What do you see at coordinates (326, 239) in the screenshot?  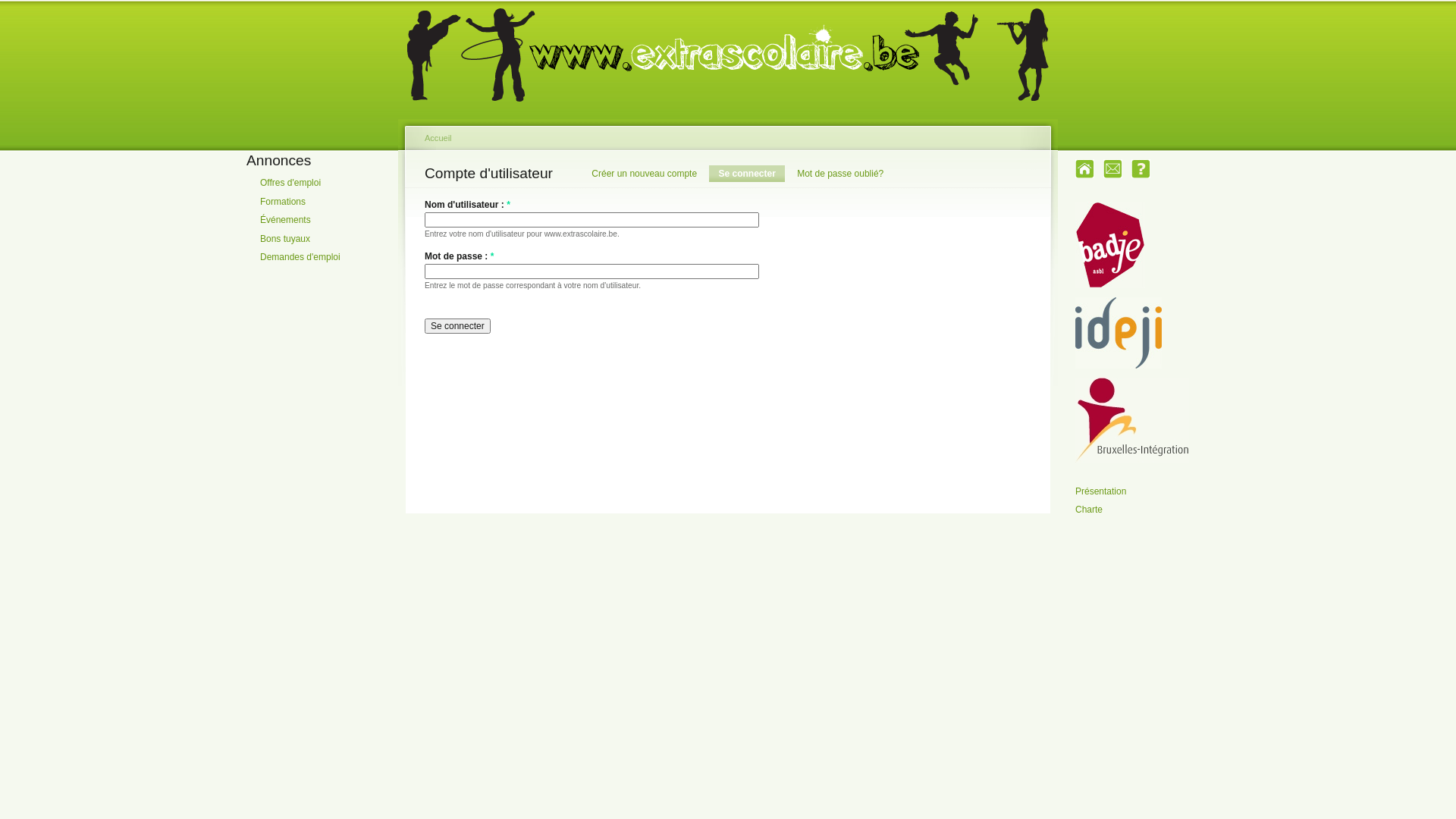 I see `'Bons tuyaux'` at bounding box center [326, 239].